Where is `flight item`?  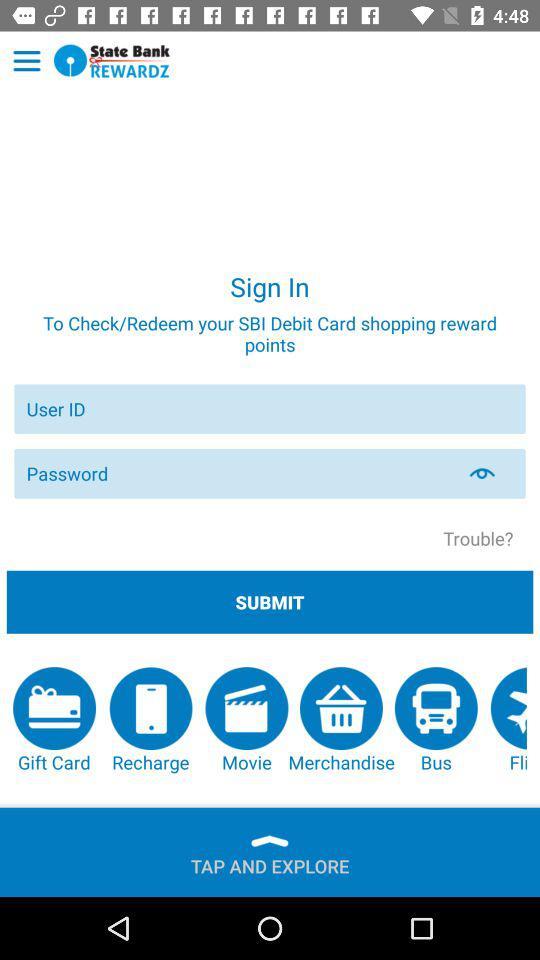
flight item is located at coordinates (508, 720).